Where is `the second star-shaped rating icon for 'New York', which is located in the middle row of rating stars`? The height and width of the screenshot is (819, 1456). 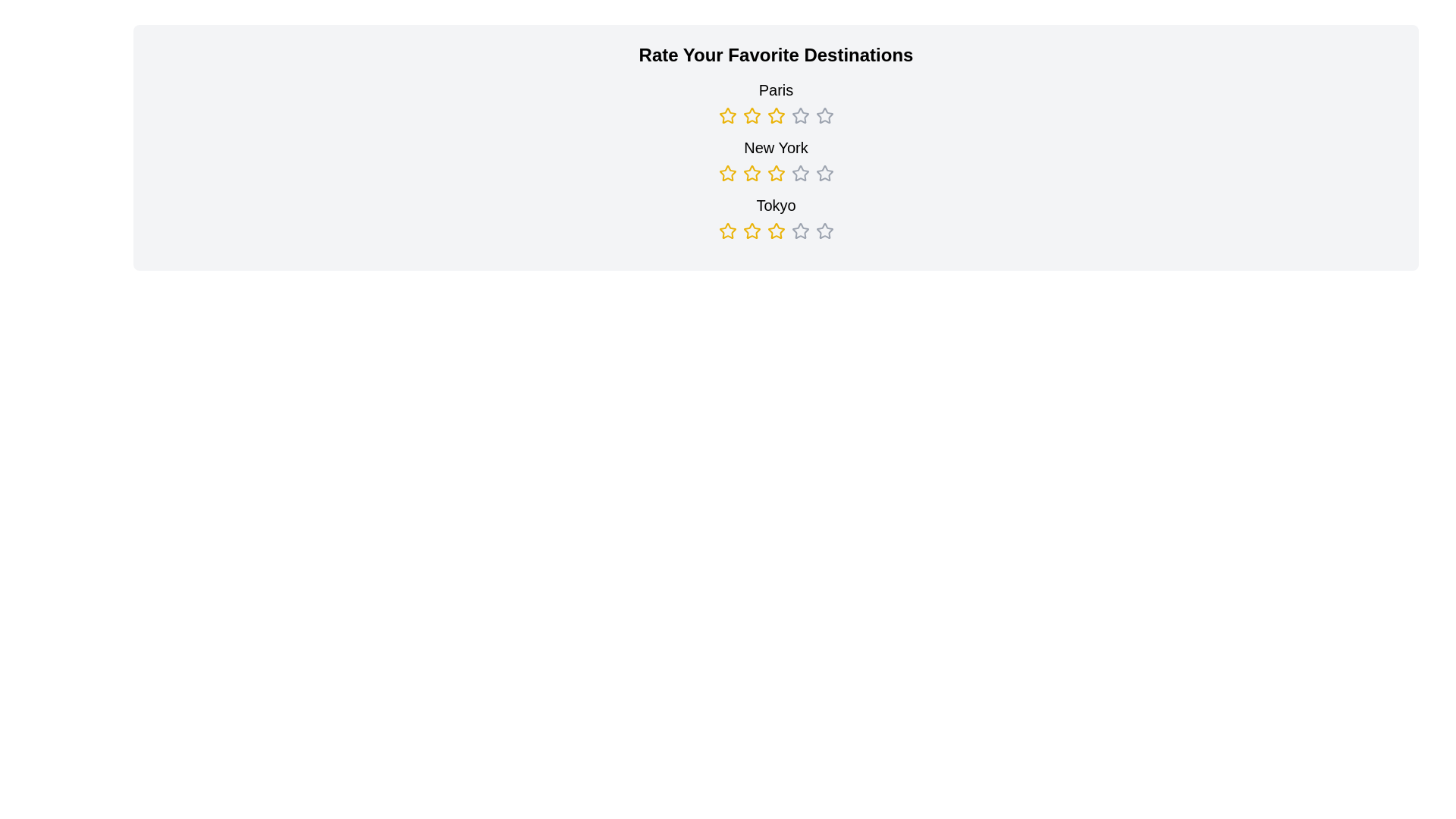 the second star-shaped rating icon for 'New York', which is located in the middle row of rating stars is located at coordinates (726, 172).